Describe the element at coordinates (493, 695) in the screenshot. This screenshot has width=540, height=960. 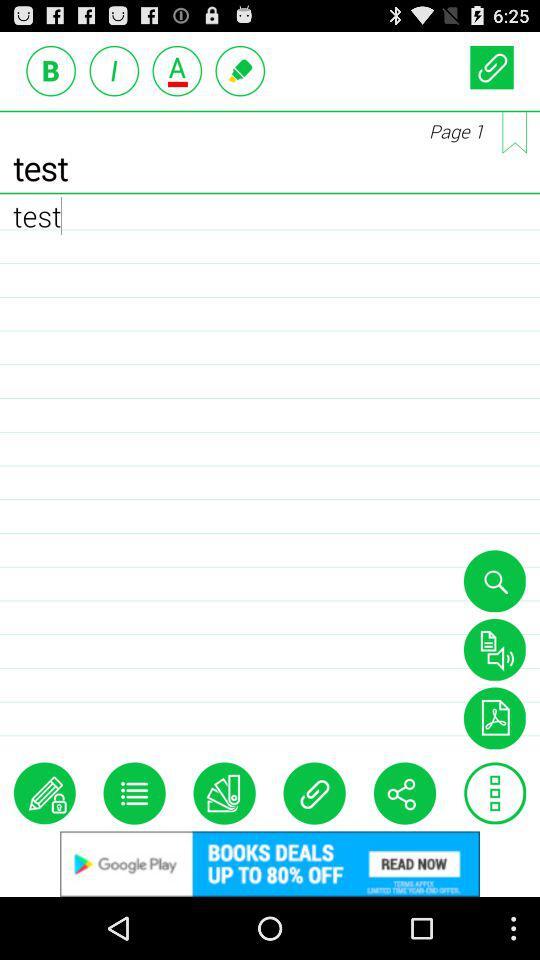
I see `the description icon` at that location.